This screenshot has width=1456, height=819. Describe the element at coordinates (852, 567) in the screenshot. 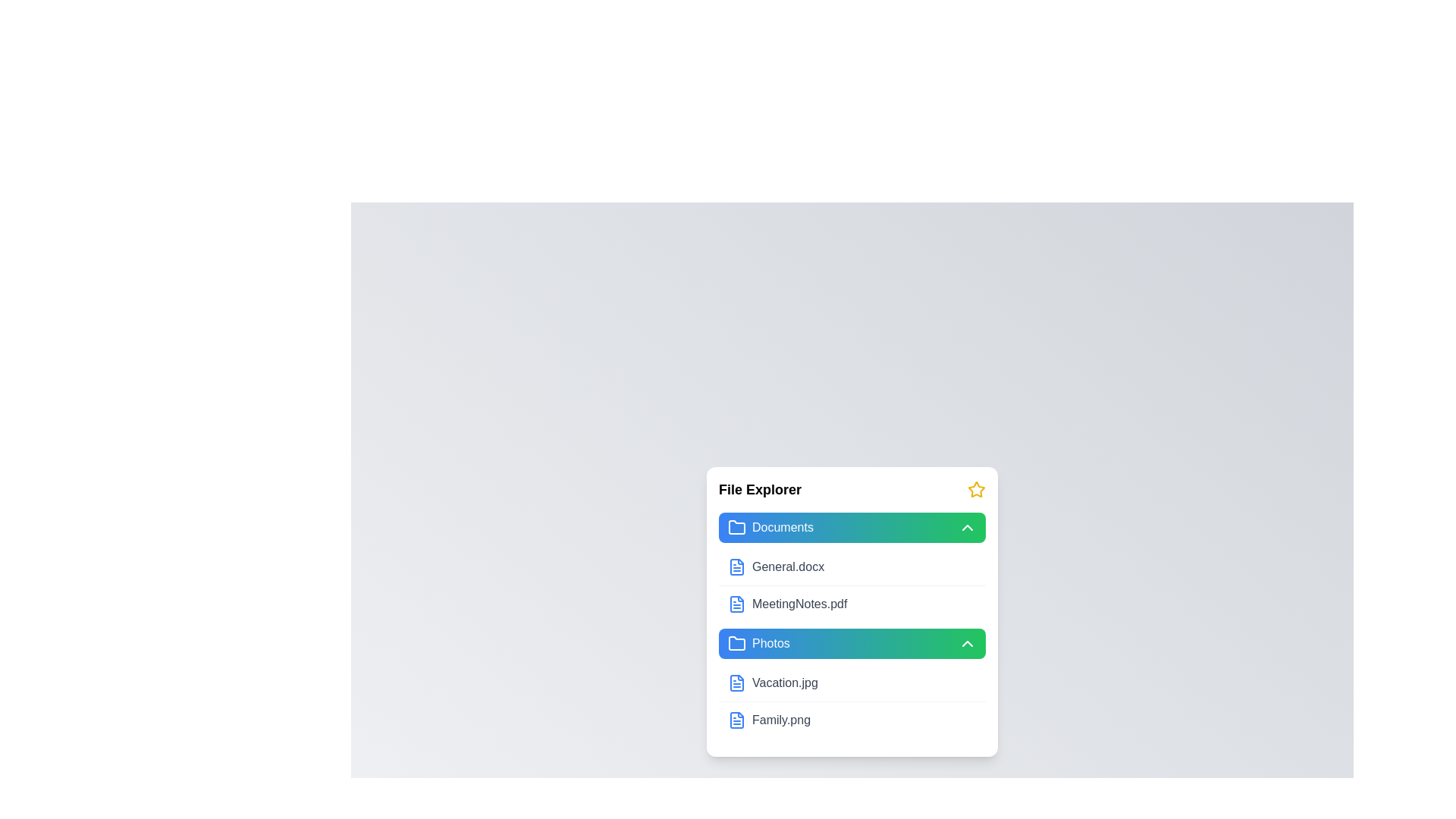

I see `the file item General.docx` at that location.